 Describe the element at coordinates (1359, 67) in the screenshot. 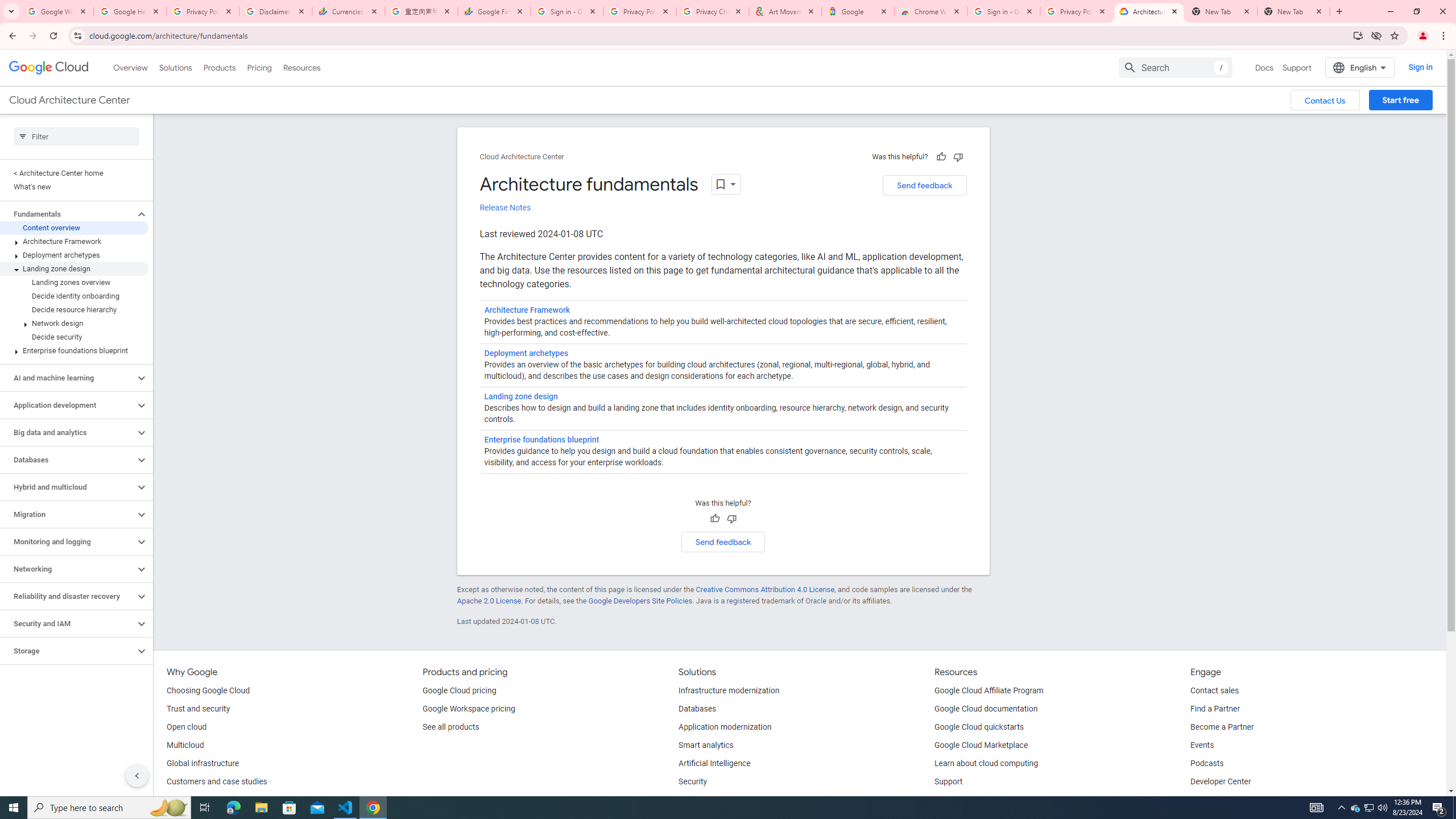

I see `'English'` at that location.